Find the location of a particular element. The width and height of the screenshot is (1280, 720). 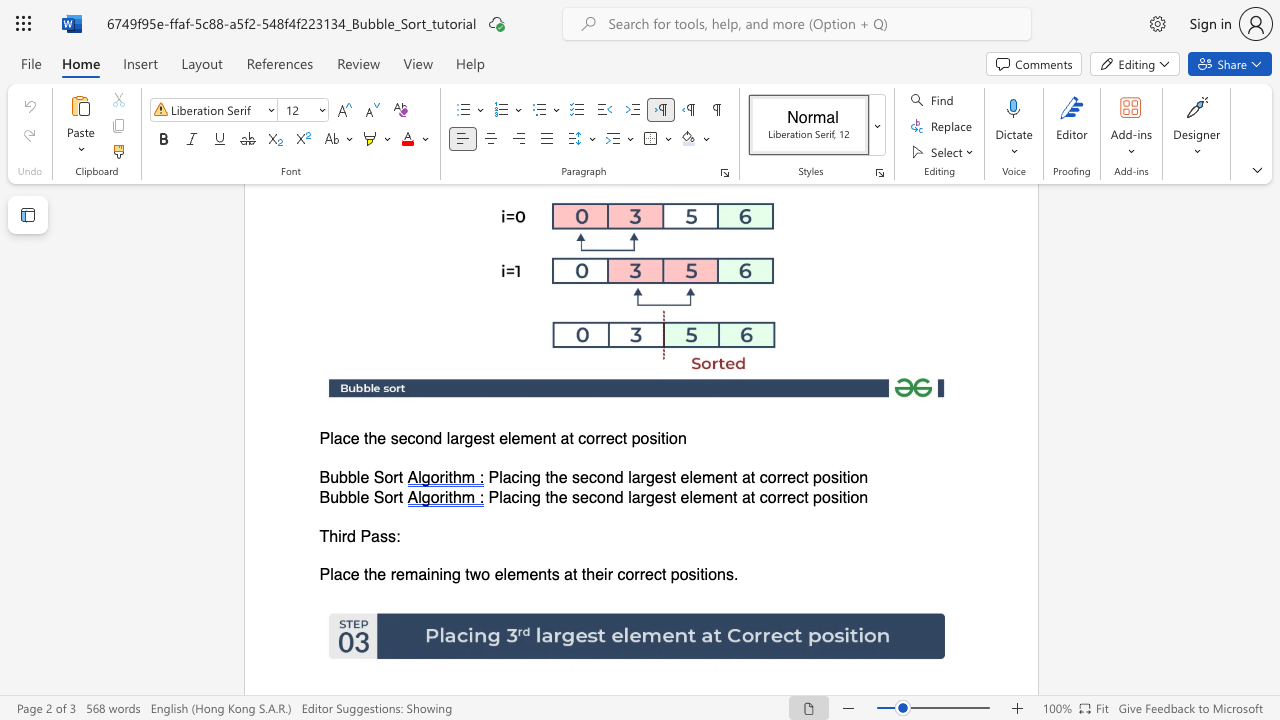

the 1th character "B" in the text is located at coordinates (324, 496).